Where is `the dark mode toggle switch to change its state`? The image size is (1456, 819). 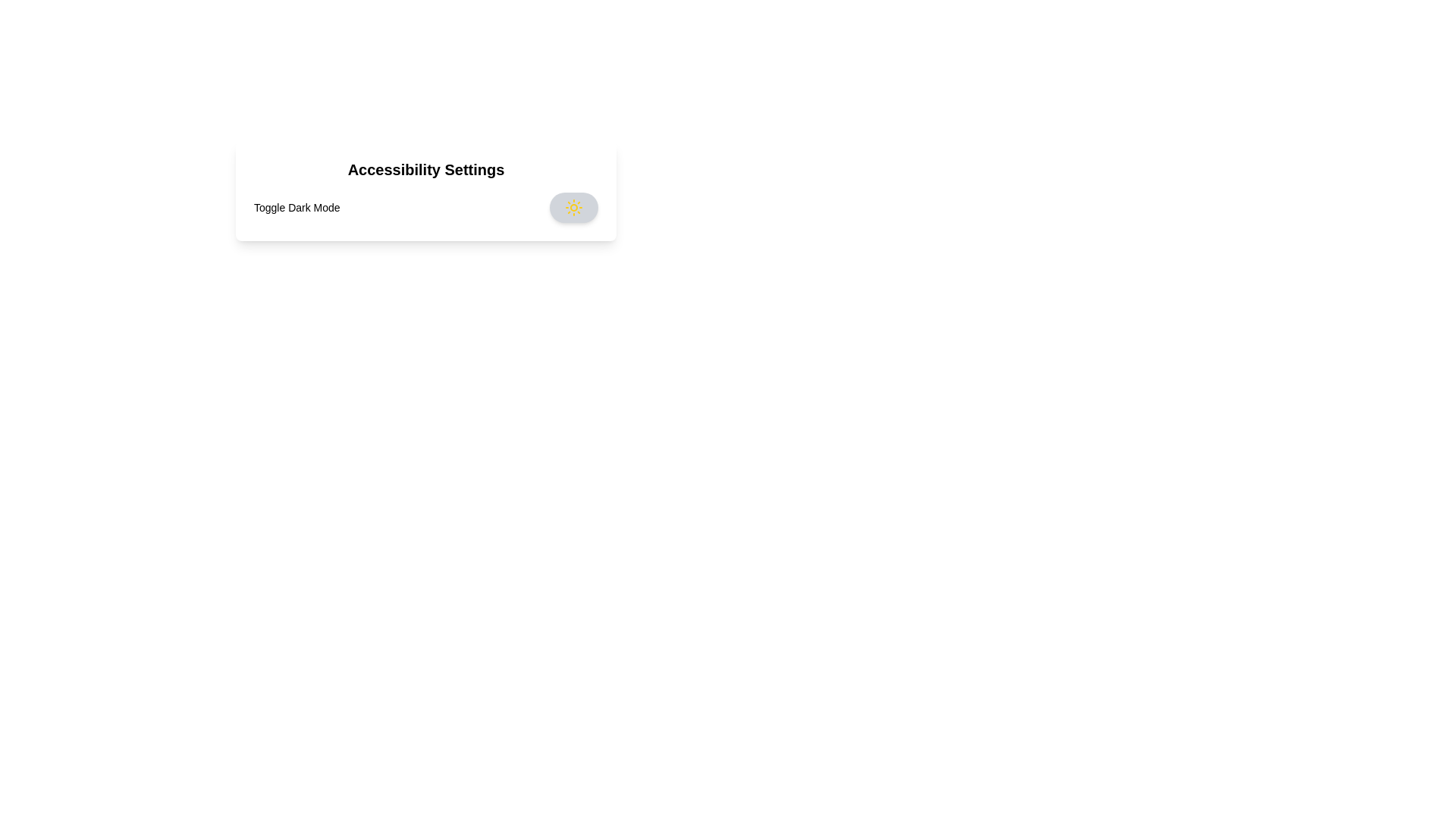
the dark mode toggle switch to change its state is located at coordinates (573, 207).